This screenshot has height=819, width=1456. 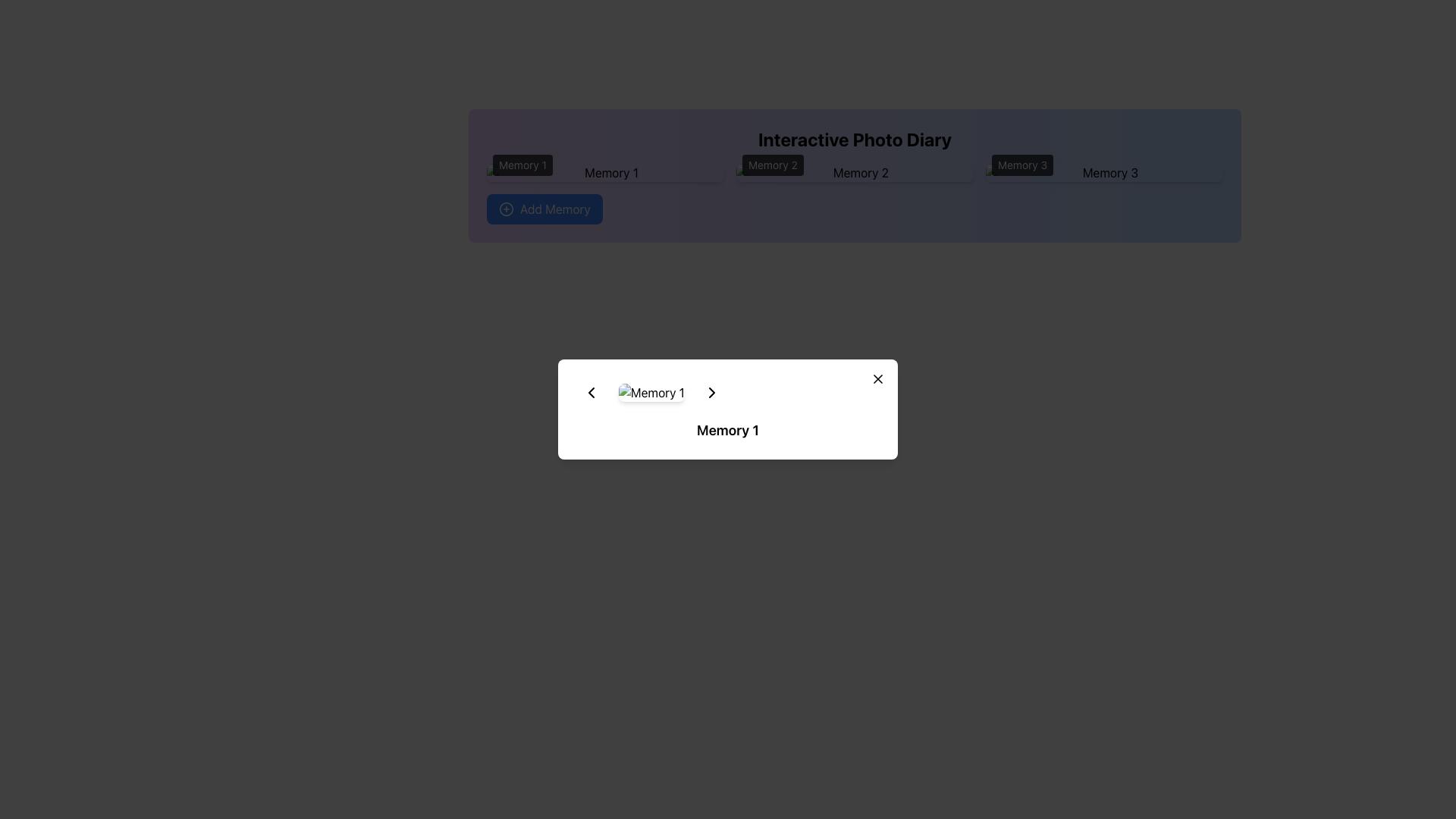 What do you see at coordinates (711, 391) in the screenshot?
I see `the navigational icon representing a forward or next action located within the modal dialog, near the label 'Memory 1'` at bounding box center [711, 391].